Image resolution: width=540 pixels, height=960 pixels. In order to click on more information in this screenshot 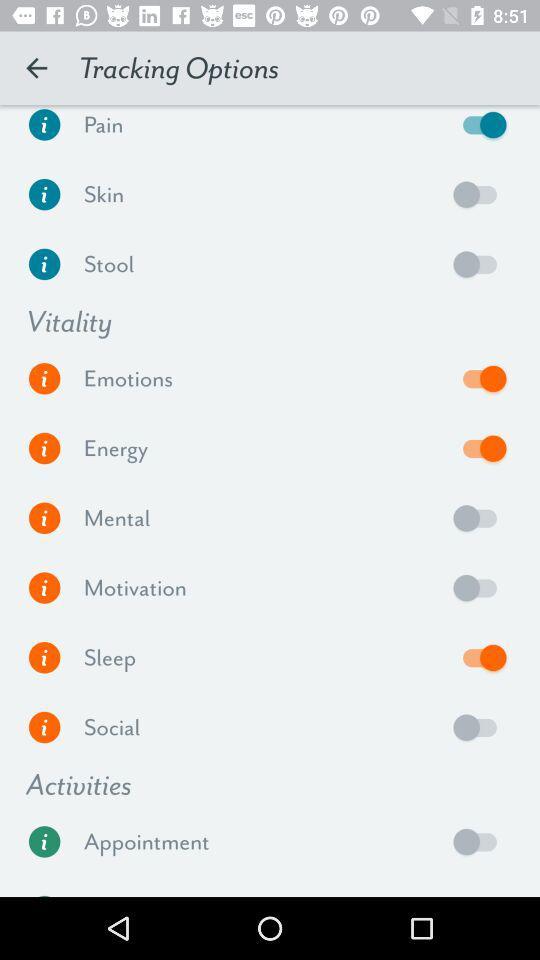, I will do `click(44, 726)`.